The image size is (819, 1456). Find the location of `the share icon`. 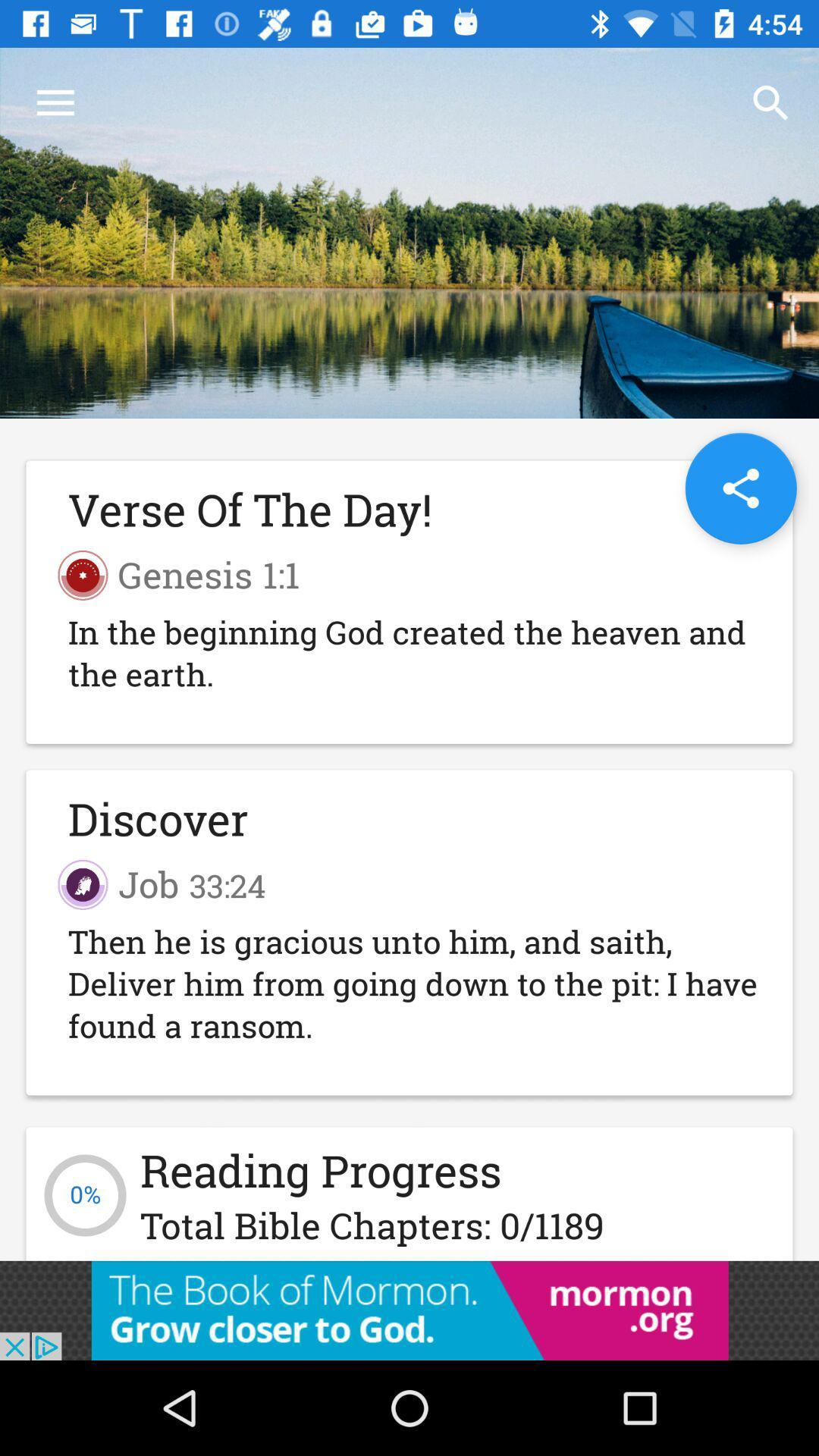

the share icon is located at coordinates (740, 488).